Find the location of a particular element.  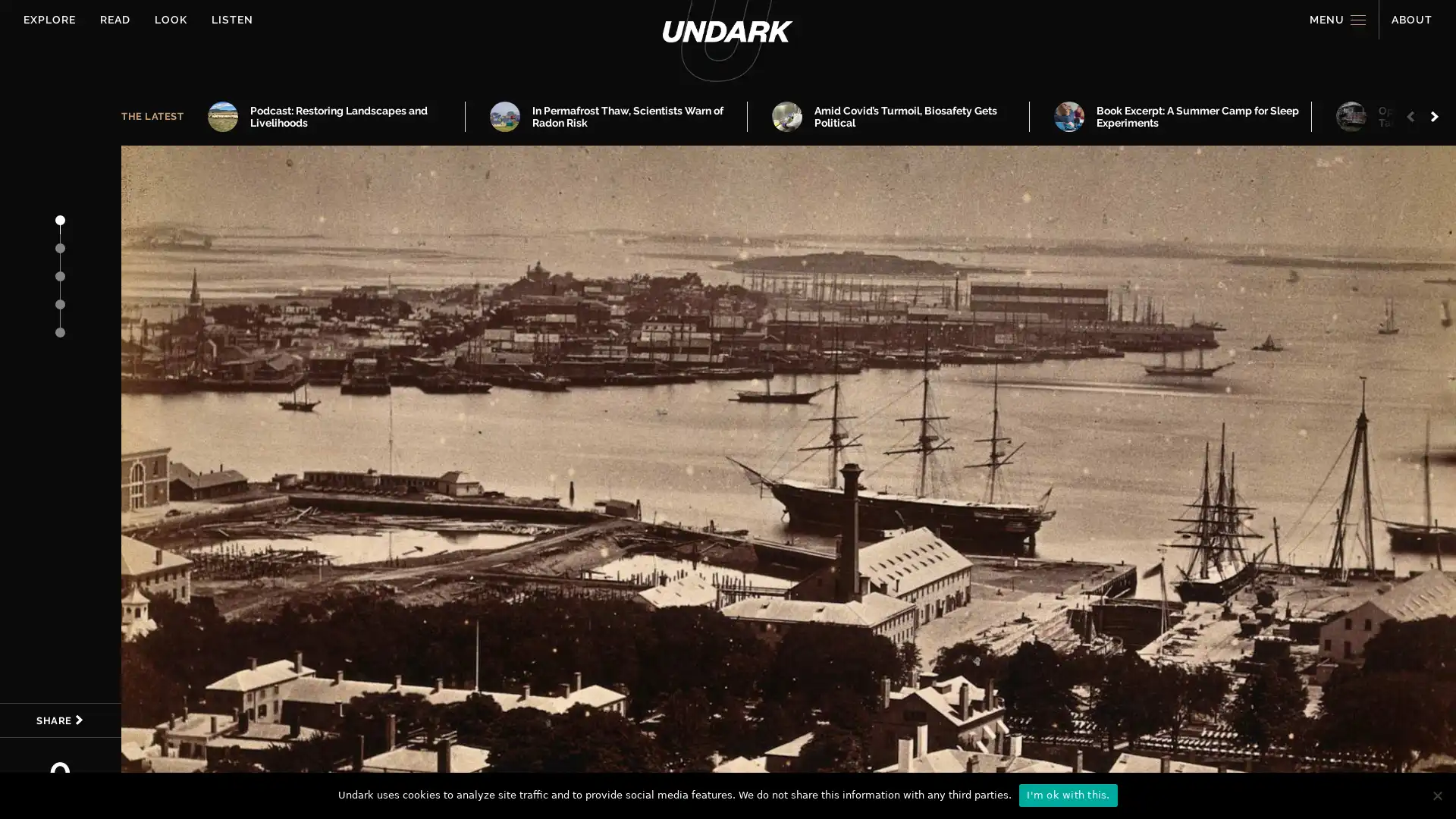

Previous is located at coordinates (1413, 116).